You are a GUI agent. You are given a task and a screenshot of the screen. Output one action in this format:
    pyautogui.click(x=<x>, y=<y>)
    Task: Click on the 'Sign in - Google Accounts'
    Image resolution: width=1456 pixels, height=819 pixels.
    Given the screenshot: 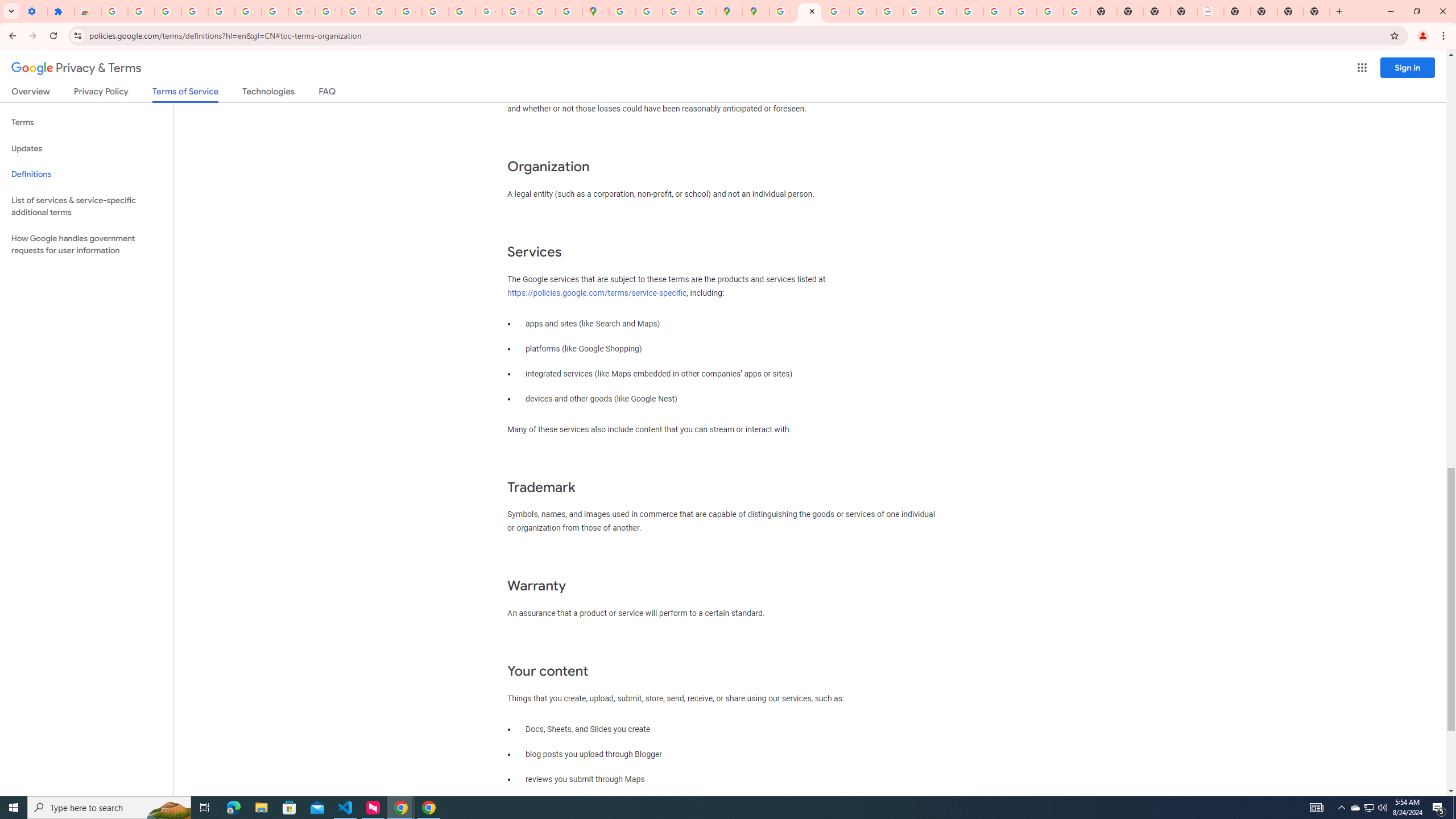 What is the action you would take?
    pyautogui.click(x=113, y=11)
    